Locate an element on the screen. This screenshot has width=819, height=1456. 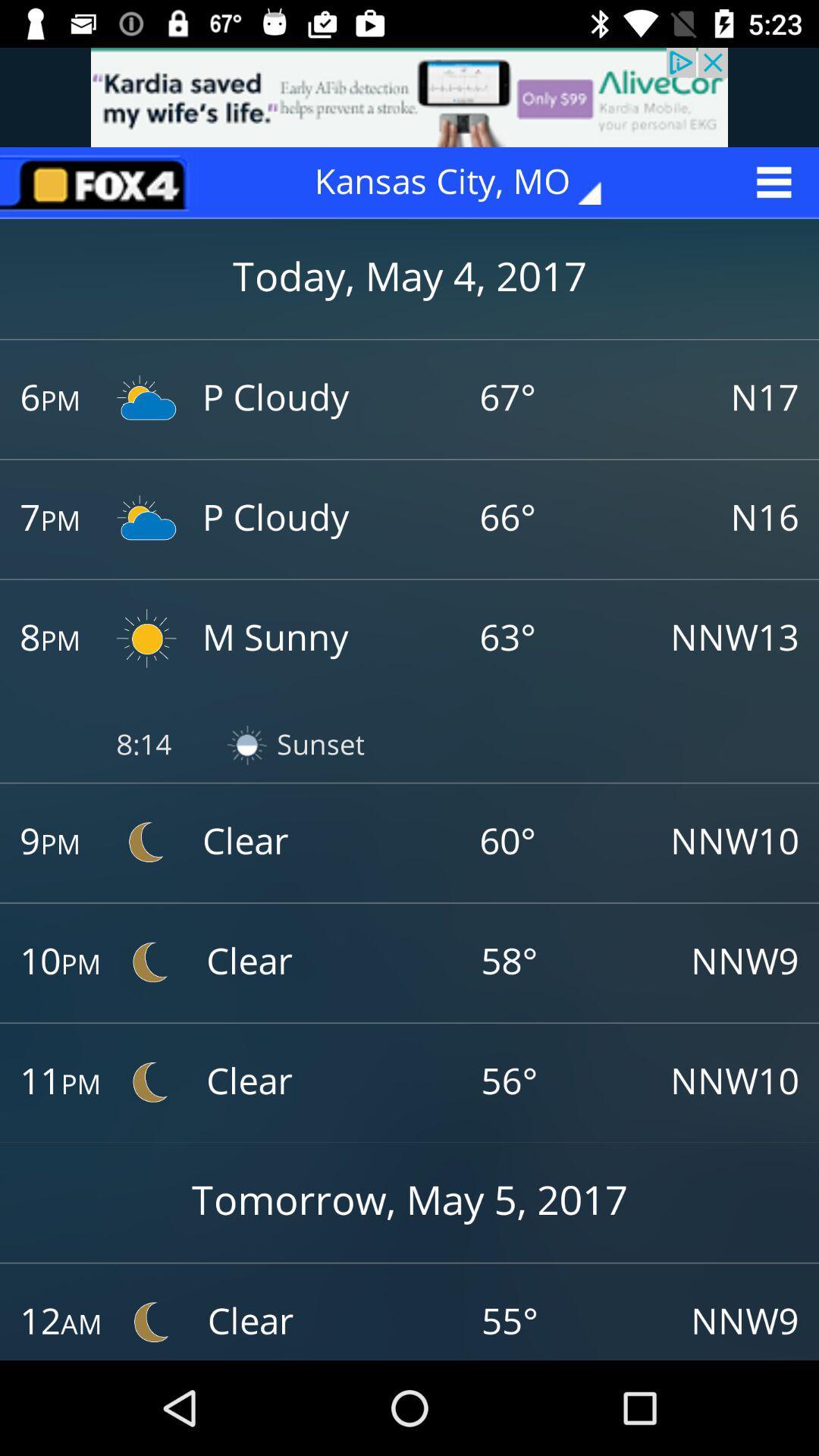
the main app screen is located at coordinates (99, 182).